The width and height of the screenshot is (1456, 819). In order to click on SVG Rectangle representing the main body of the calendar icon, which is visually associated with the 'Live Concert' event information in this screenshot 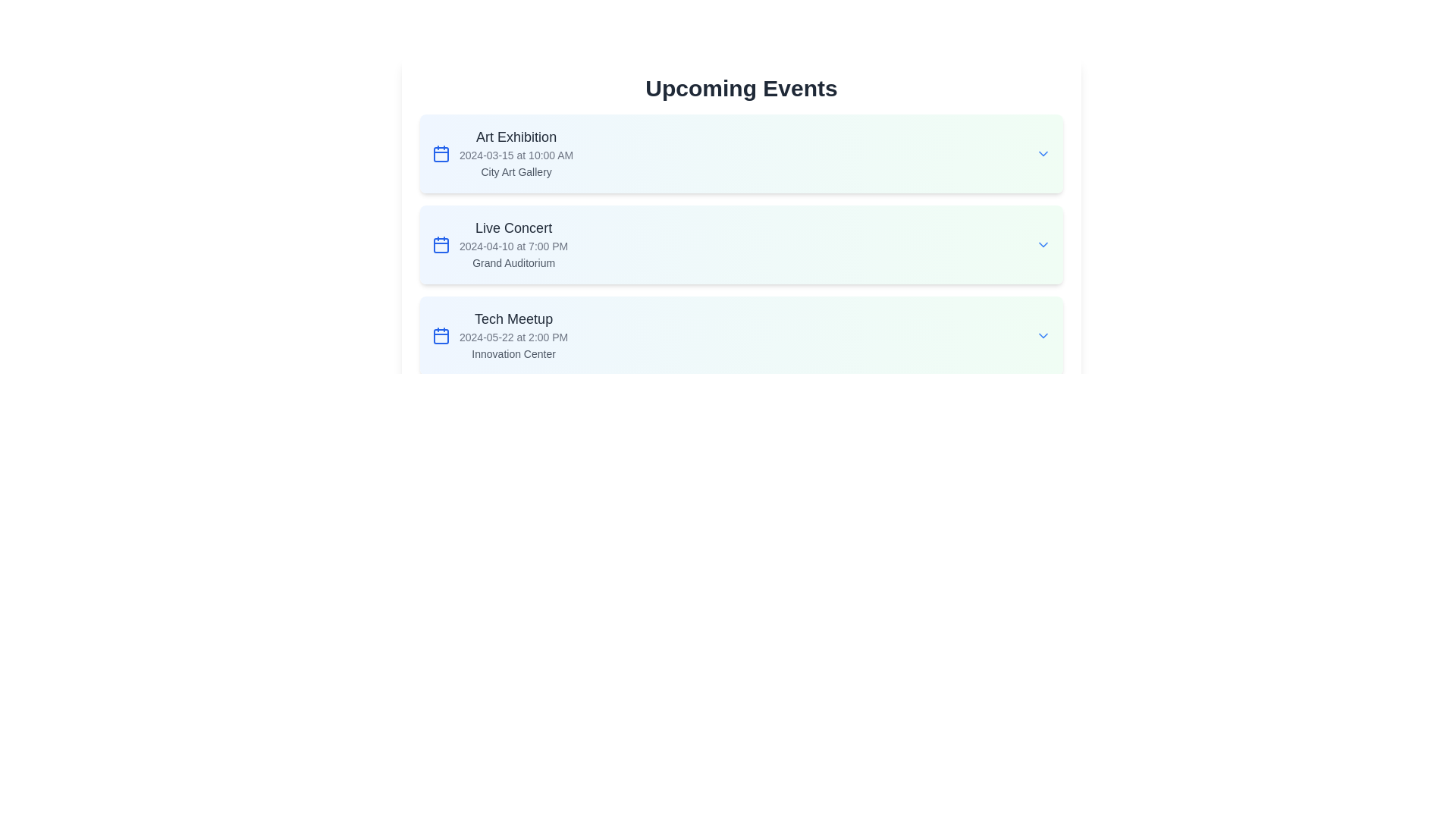, I will do `click(440, 245)`.